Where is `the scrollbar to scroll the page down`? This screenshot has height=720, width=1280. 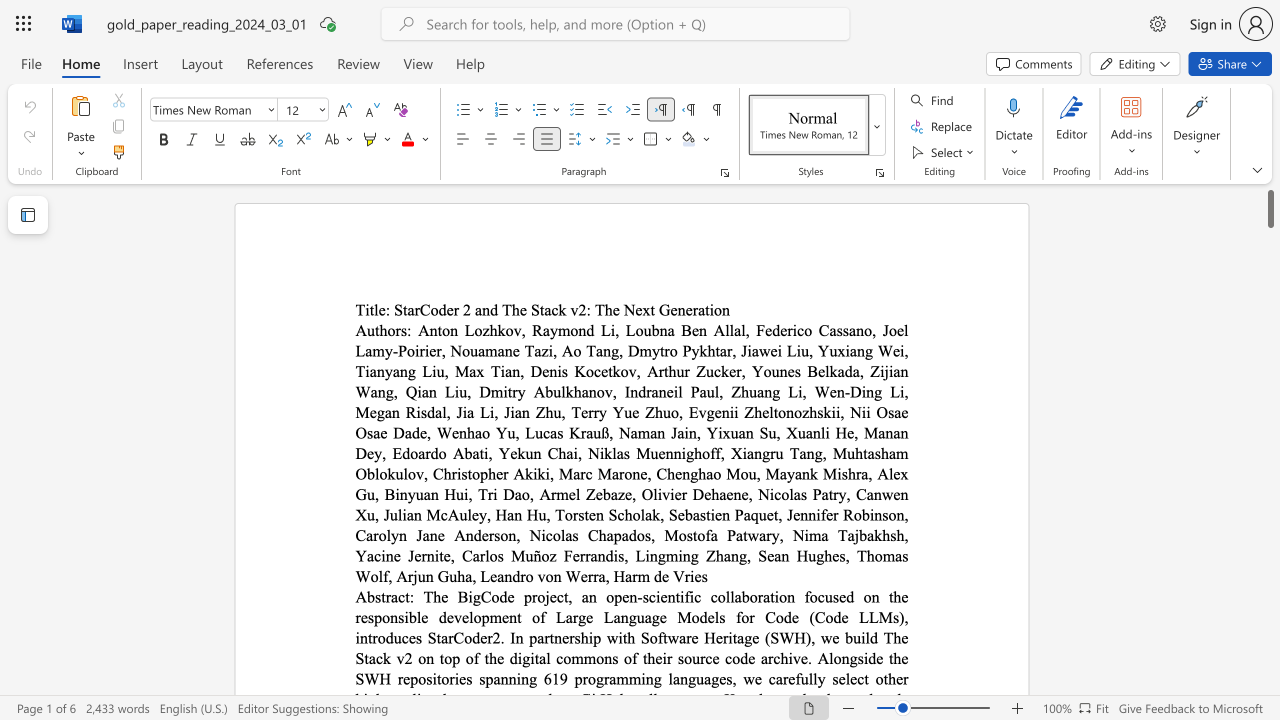 the scrollbar to scroll the page down is located at coordinates (1269, 650).